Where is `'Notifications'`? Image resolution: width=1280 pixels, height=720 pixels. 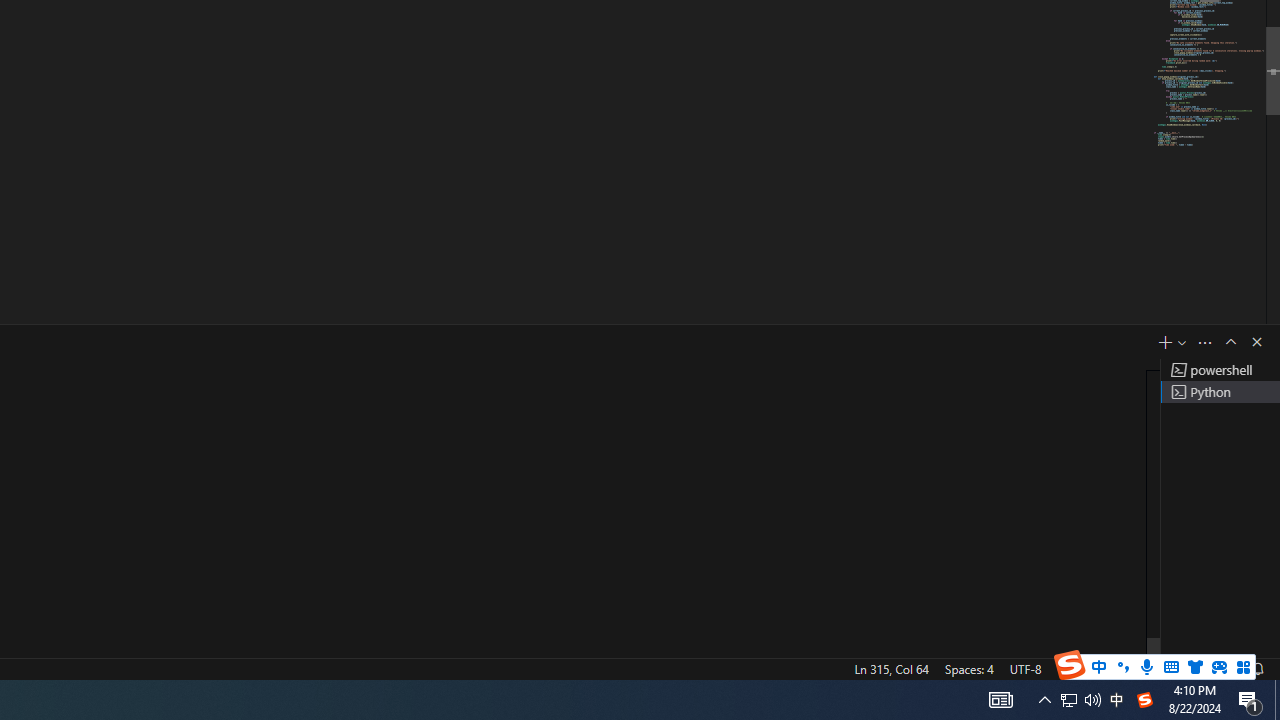 'Notifications' is located at coordinates (1256, 668).